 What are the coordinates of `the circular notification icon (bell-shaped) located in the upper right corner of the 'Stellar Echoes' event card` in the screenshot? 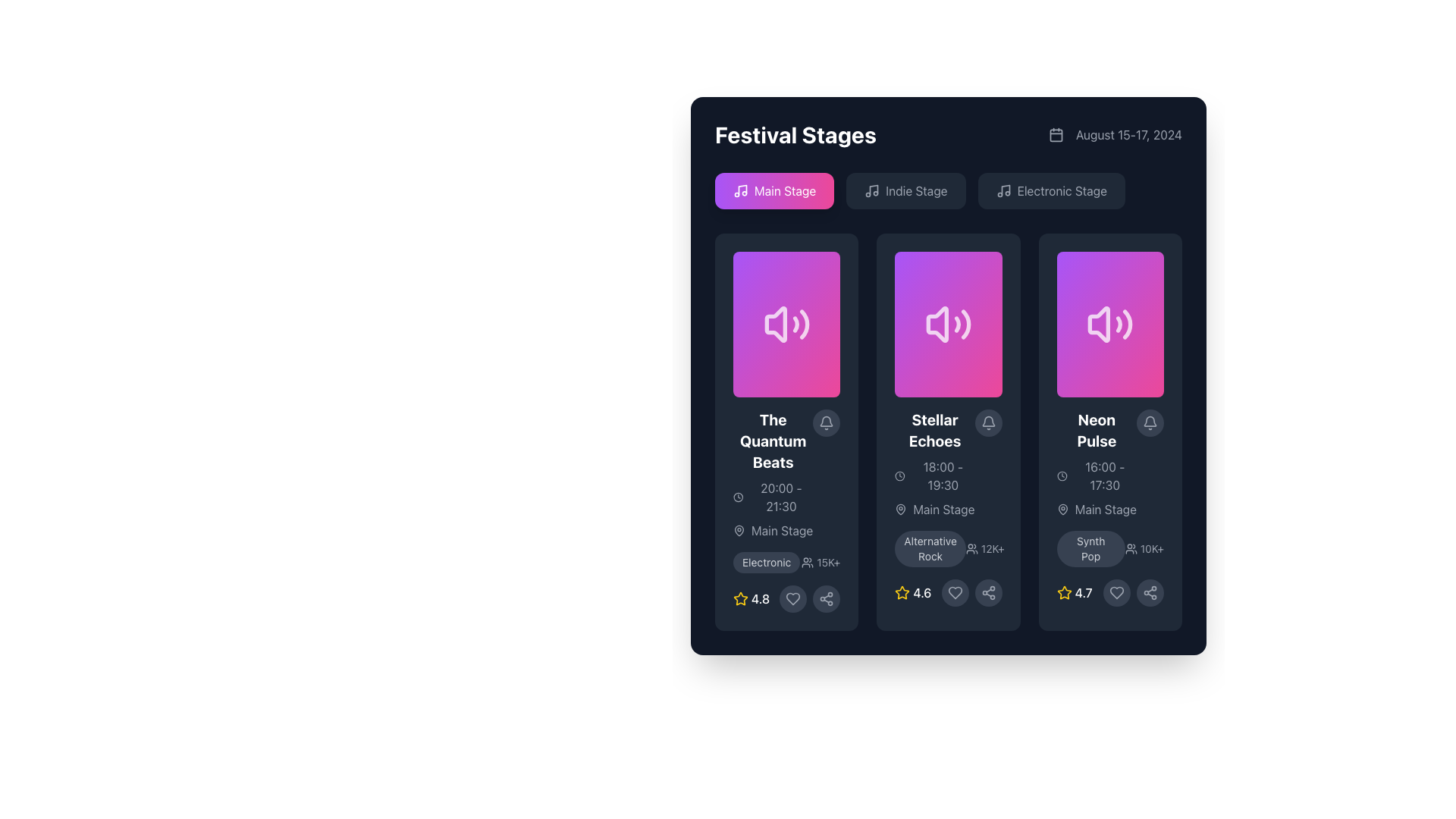 It's located at (988, 423).